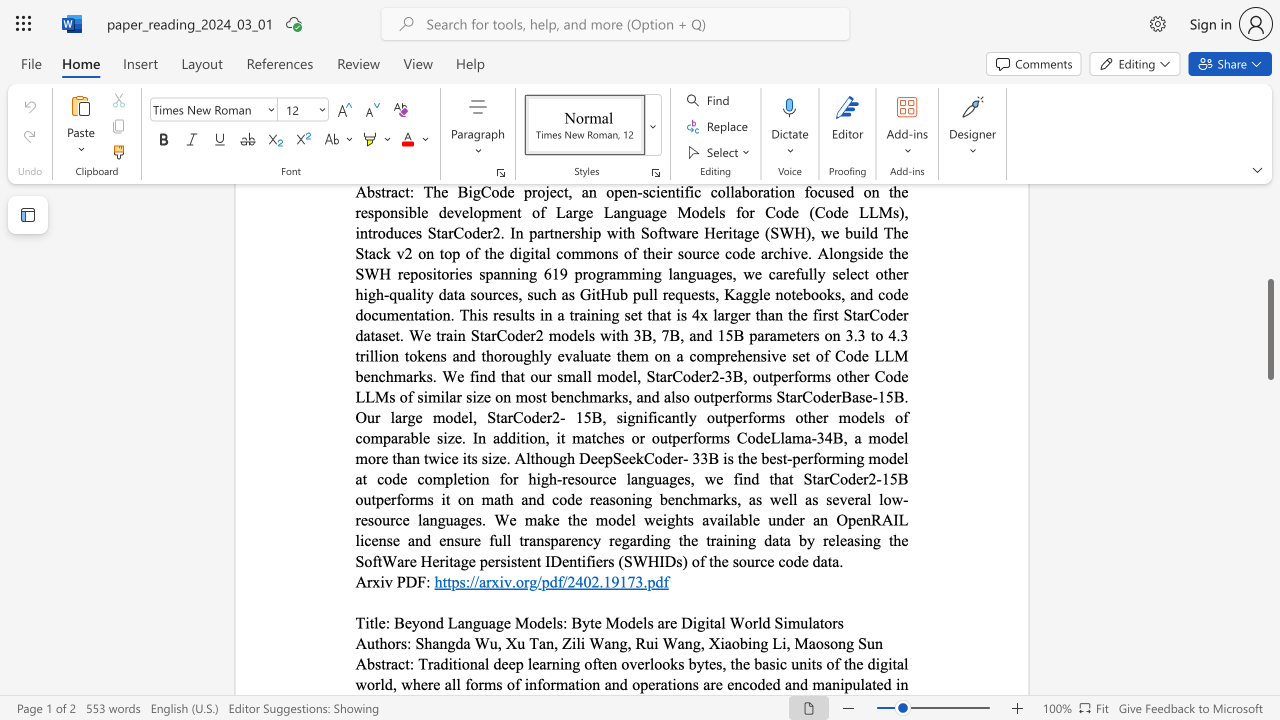 The width and height of the screenshot is (1280, 720). What do you see at coordinates (1269, 328) in the screenshot?
I see `the scrollbar and move up 270 pixels` at bounding box center [1269, 328].